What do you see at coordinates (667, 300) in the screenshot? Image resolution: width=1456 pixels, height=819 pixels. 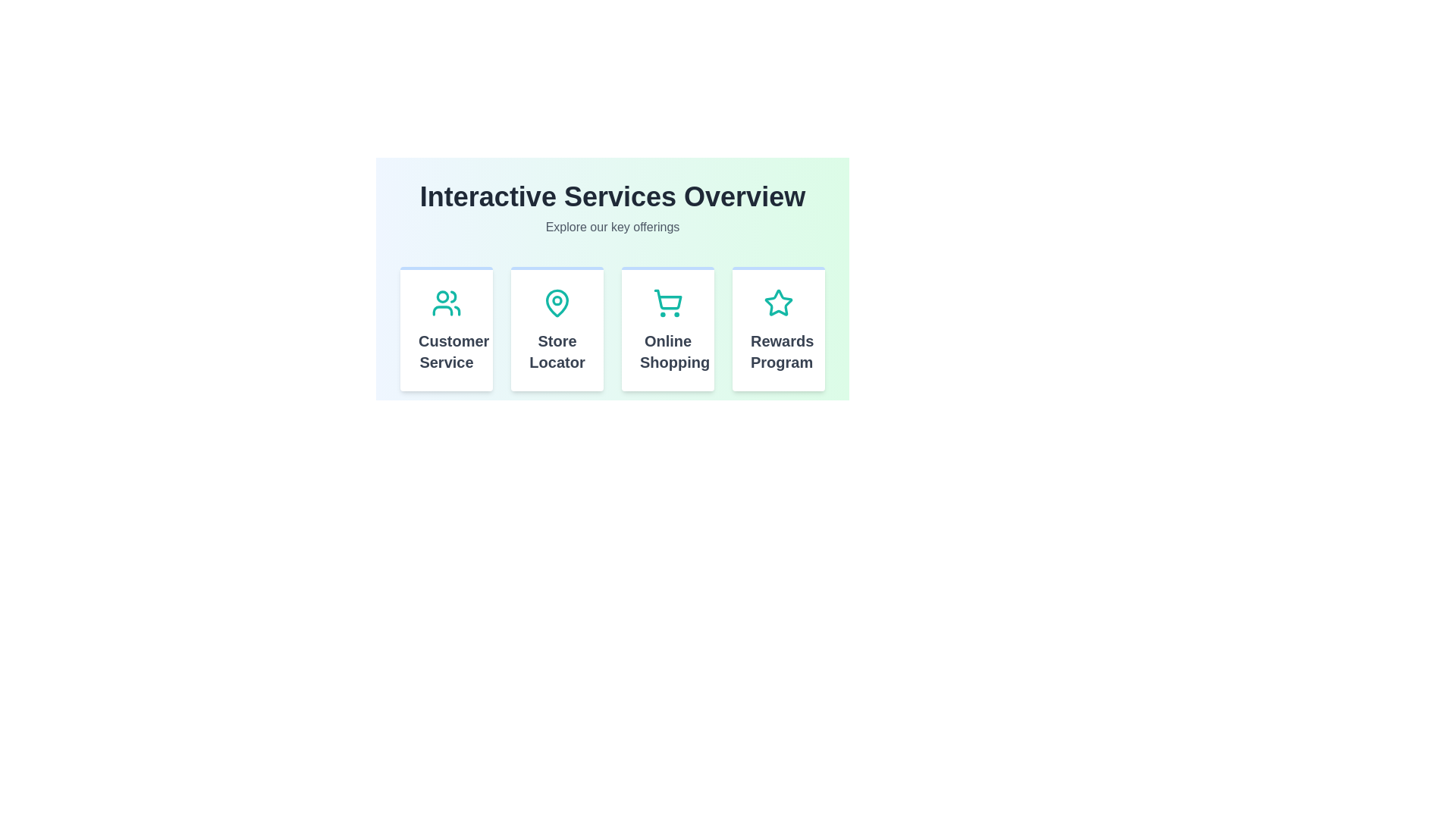 I see `the shopping cart icon located within the 'Online Shopping' card, which is the third card in a row of four cards under the 'Interactive Services Overview' heading` at bounding box center [667, 300].